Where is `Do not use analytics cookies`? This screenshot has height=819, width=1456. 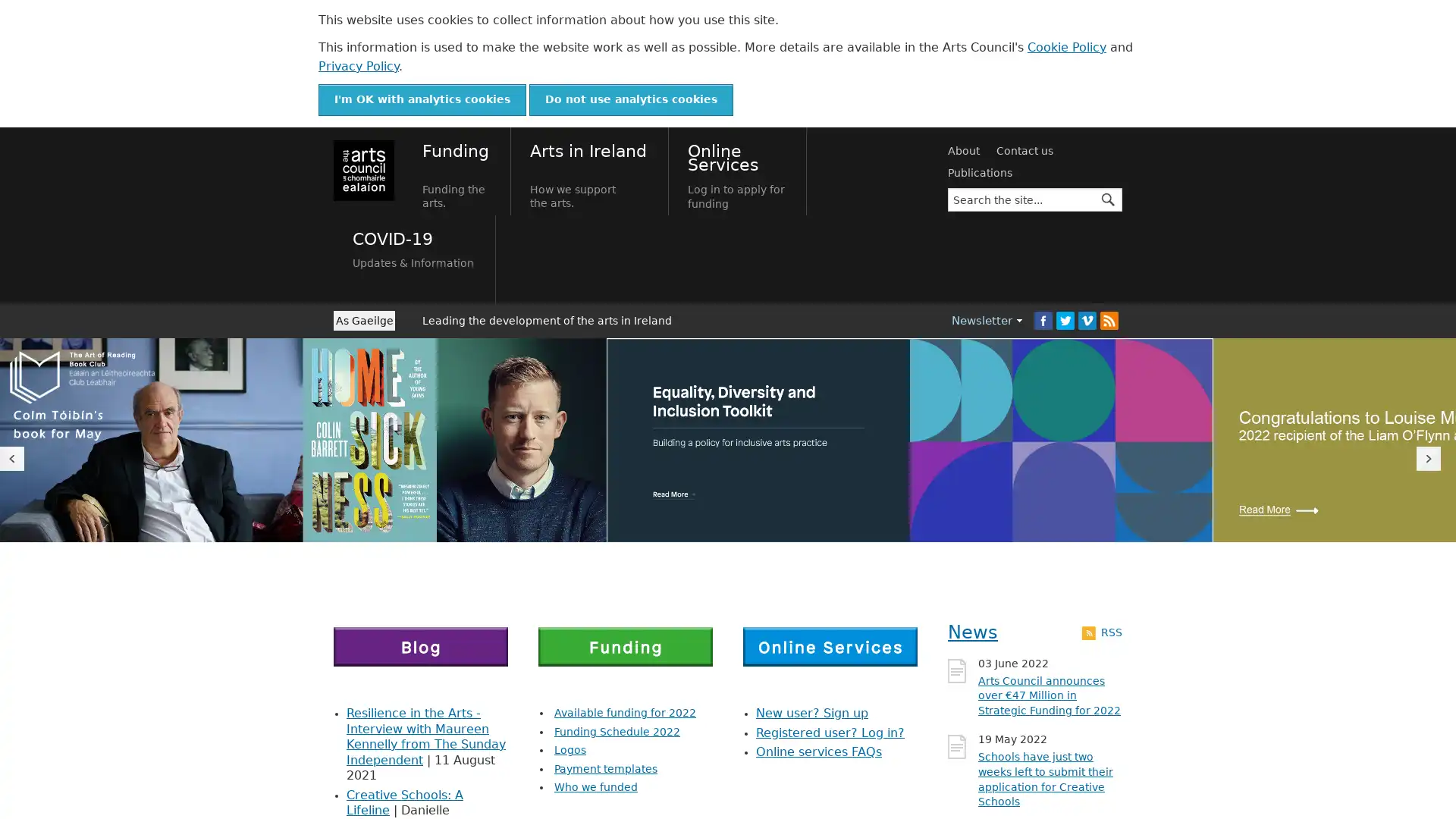 Do not use analytics cookies is located at coordinates (631, 99).